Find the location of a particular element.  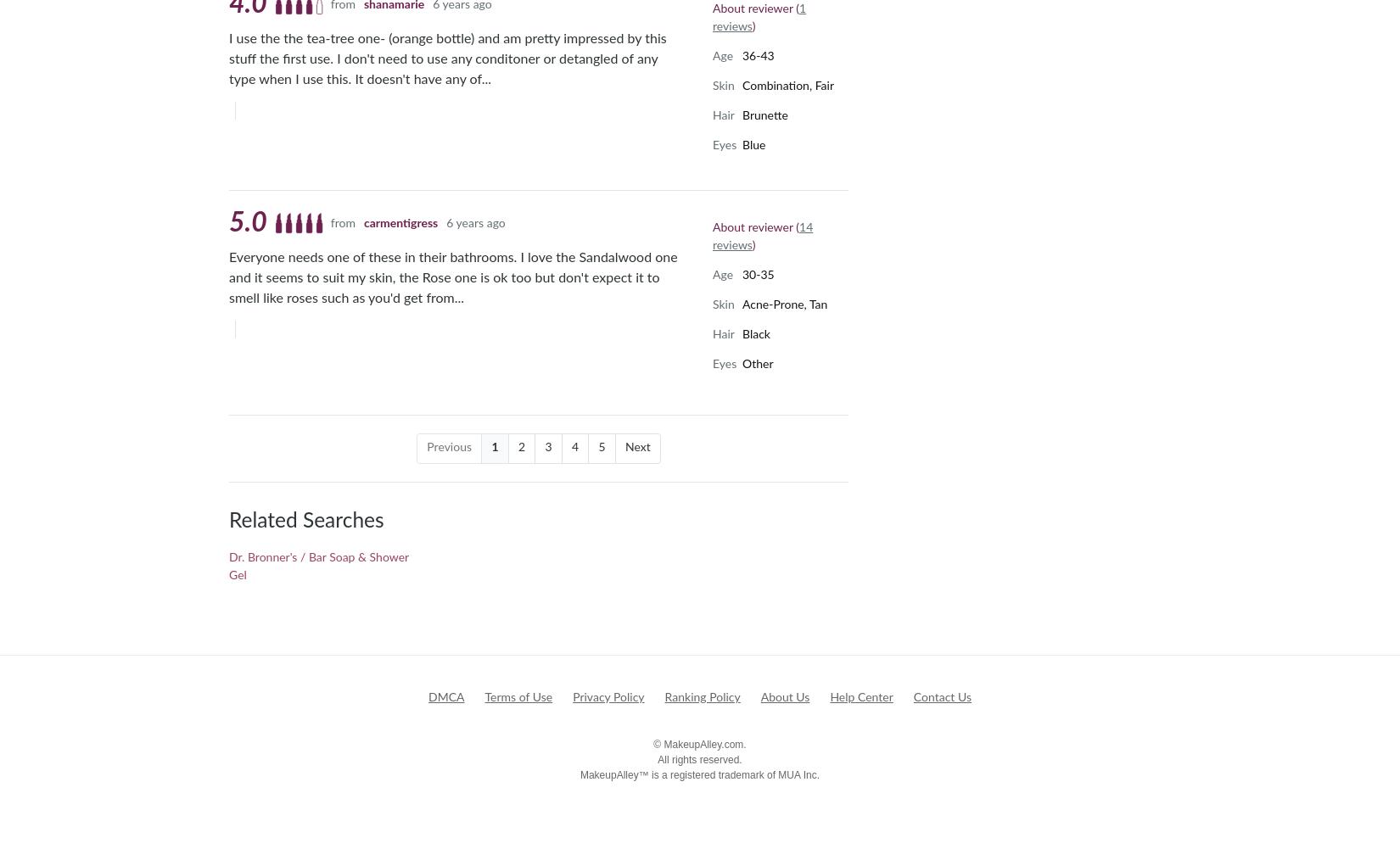

'Acne-prone, Tan' is located at coordinates (742, 304).